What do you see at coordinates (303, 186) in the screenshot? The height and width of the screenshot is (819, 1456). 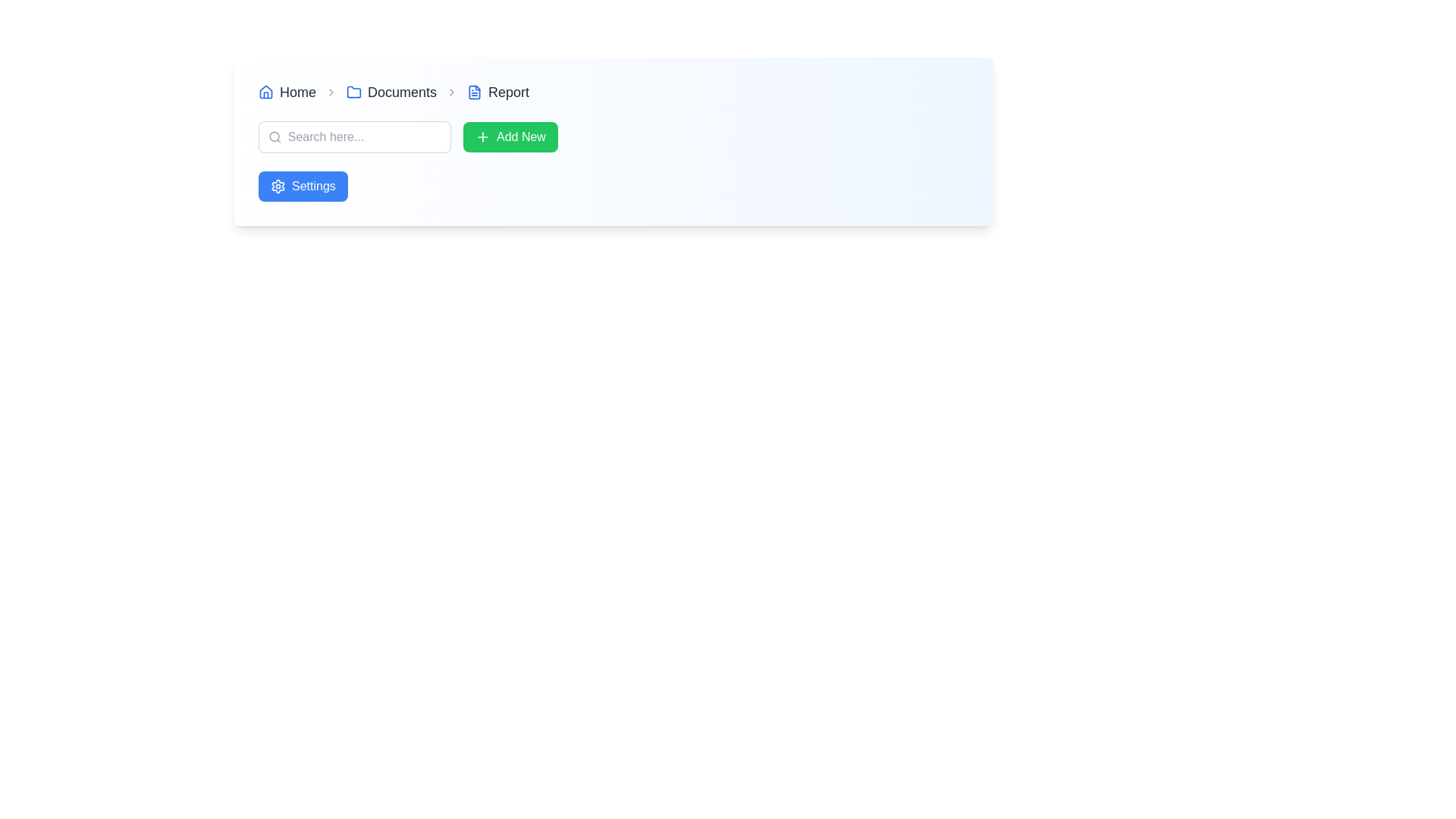 I see `the blue rounded button labeled 'Settings' with a gear icon` at bounding box center [303, 186].